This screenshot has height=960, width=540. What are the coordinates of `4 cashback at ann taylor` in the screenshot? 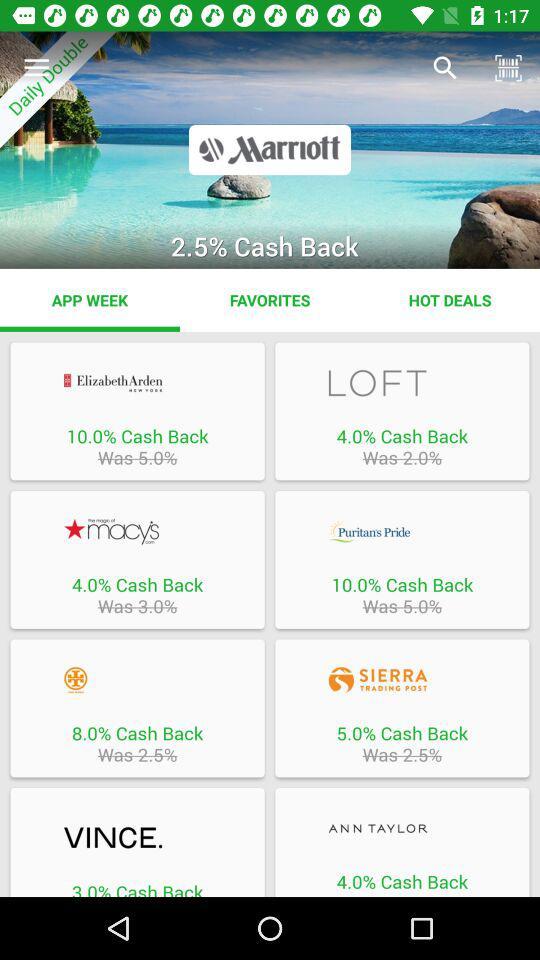 It's located at (402, 828).